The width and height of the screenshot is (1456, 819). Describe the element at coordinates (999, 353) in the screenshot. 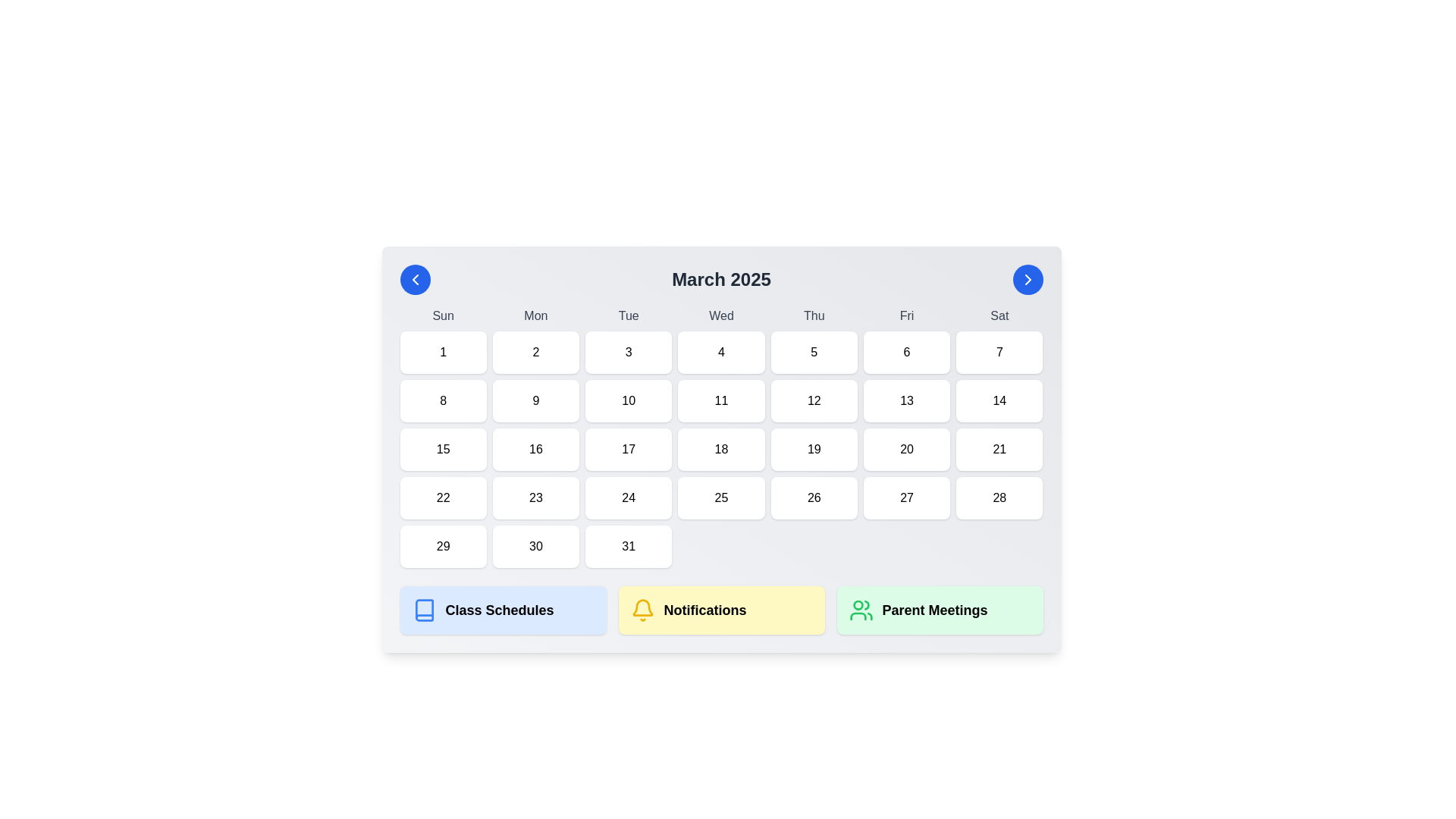

I see `the calendar date cell displaying the number '7', which is located in the first row and seventh column of the calendar grid` at that location.